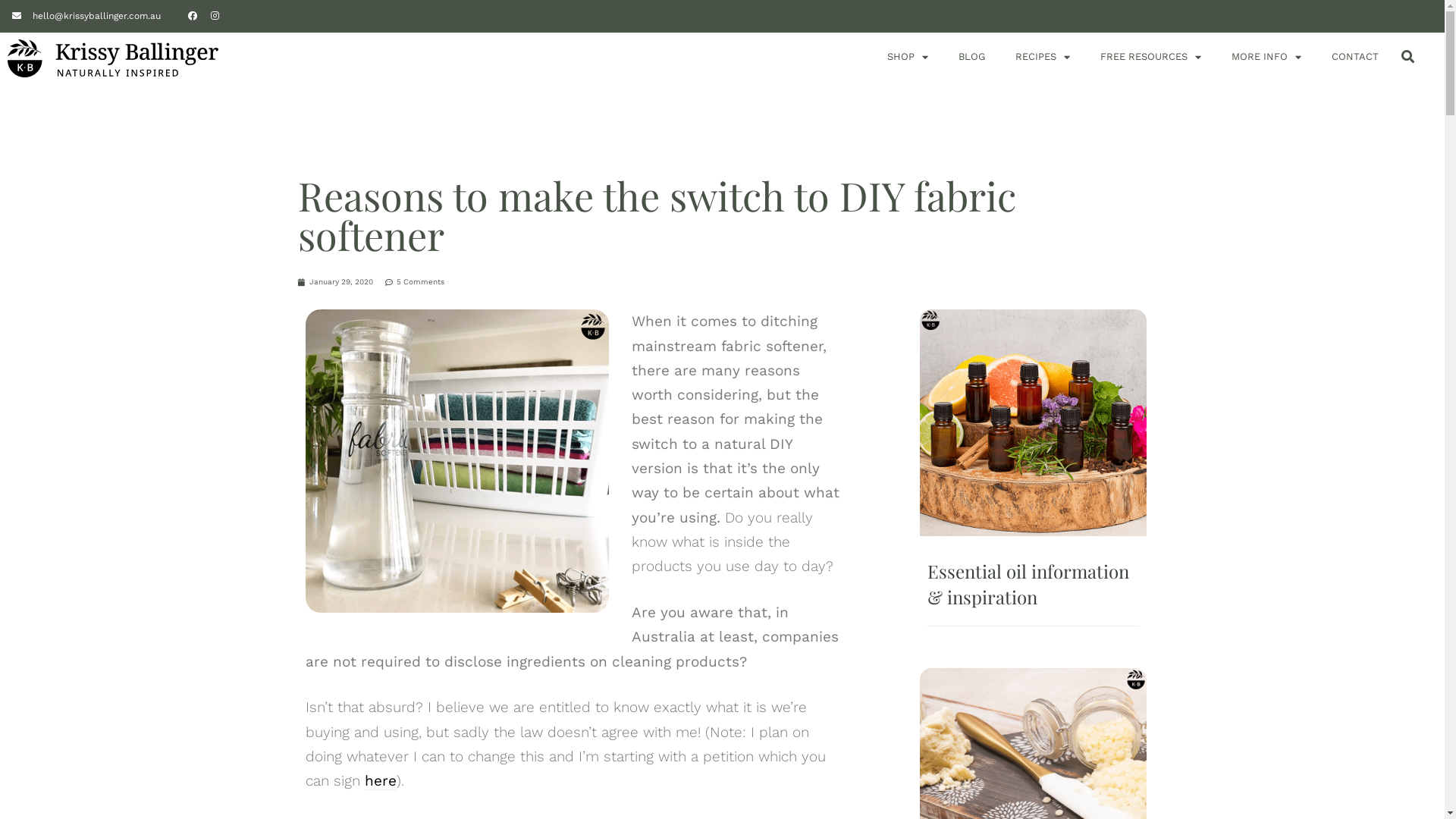 This screenshot has width=1456, height=819. Describe the element at coordinates (86, 15) in the screenshot. I see `'hello@krissyballinger.com.au'` at that location.